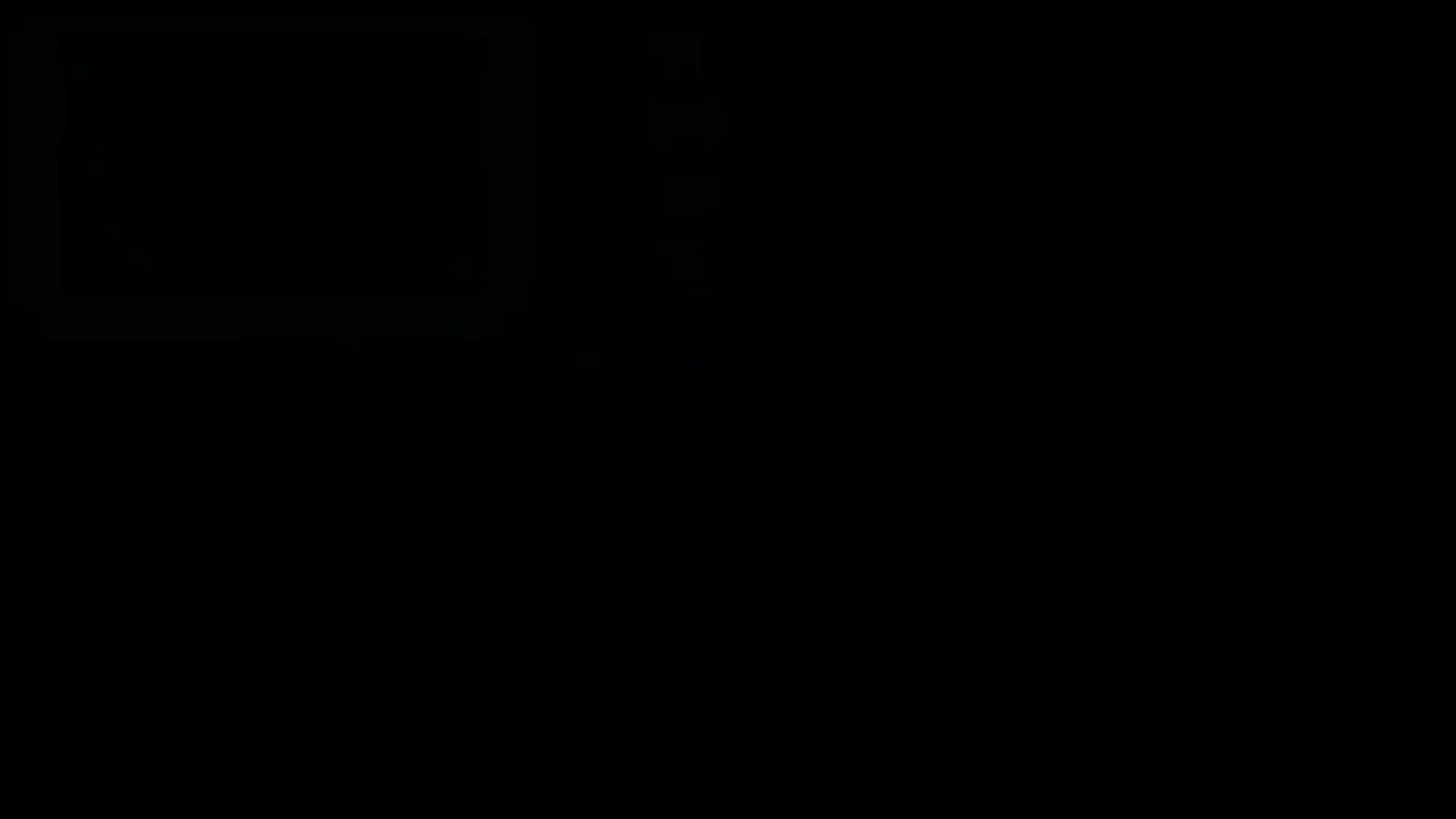 The height and width of the screenshot is (819, 1456). I want to click on CH, so click(585, 274).